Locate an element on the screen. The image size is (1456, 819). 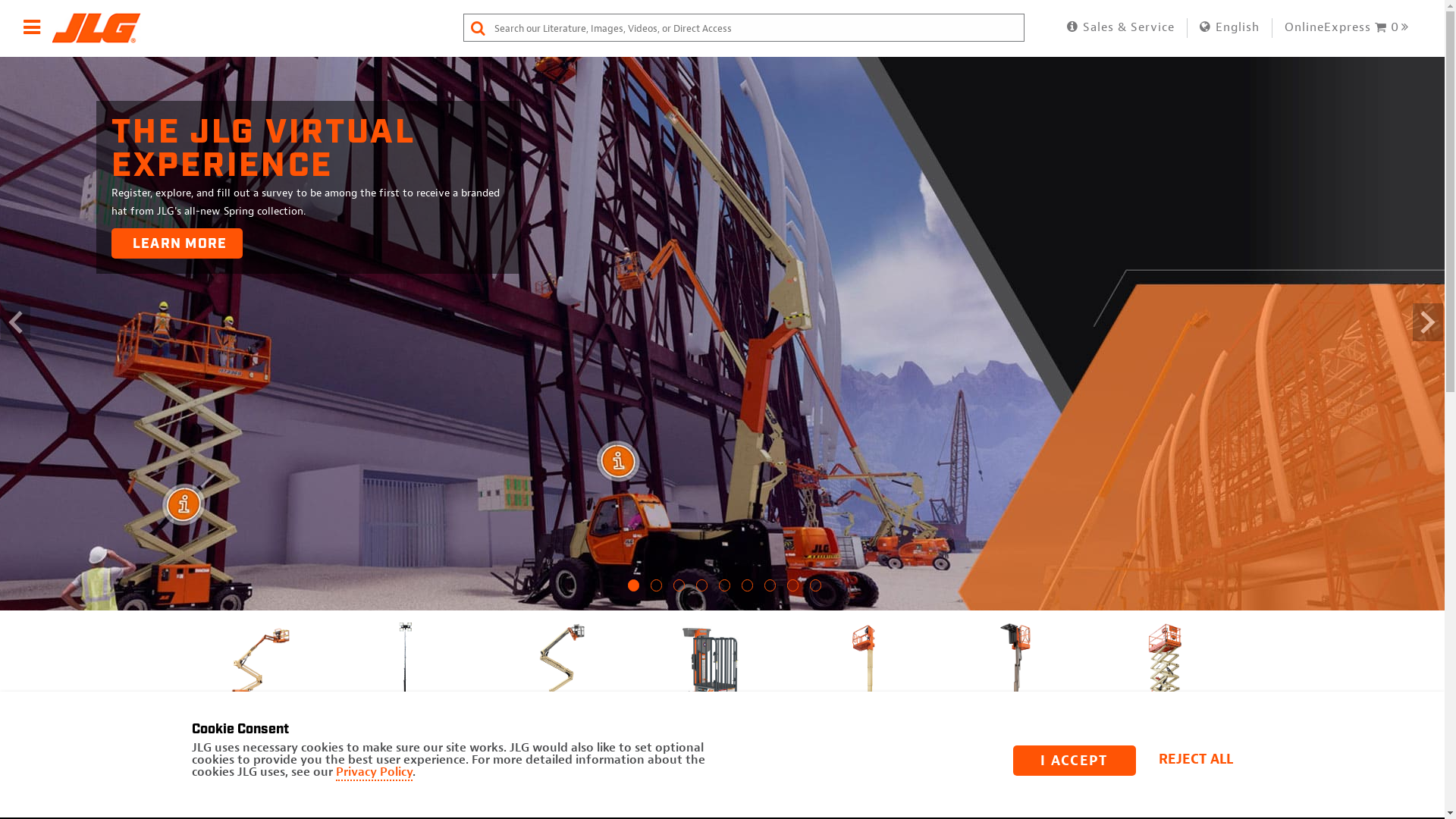
'Next' is located at coordinates (1241, 741).